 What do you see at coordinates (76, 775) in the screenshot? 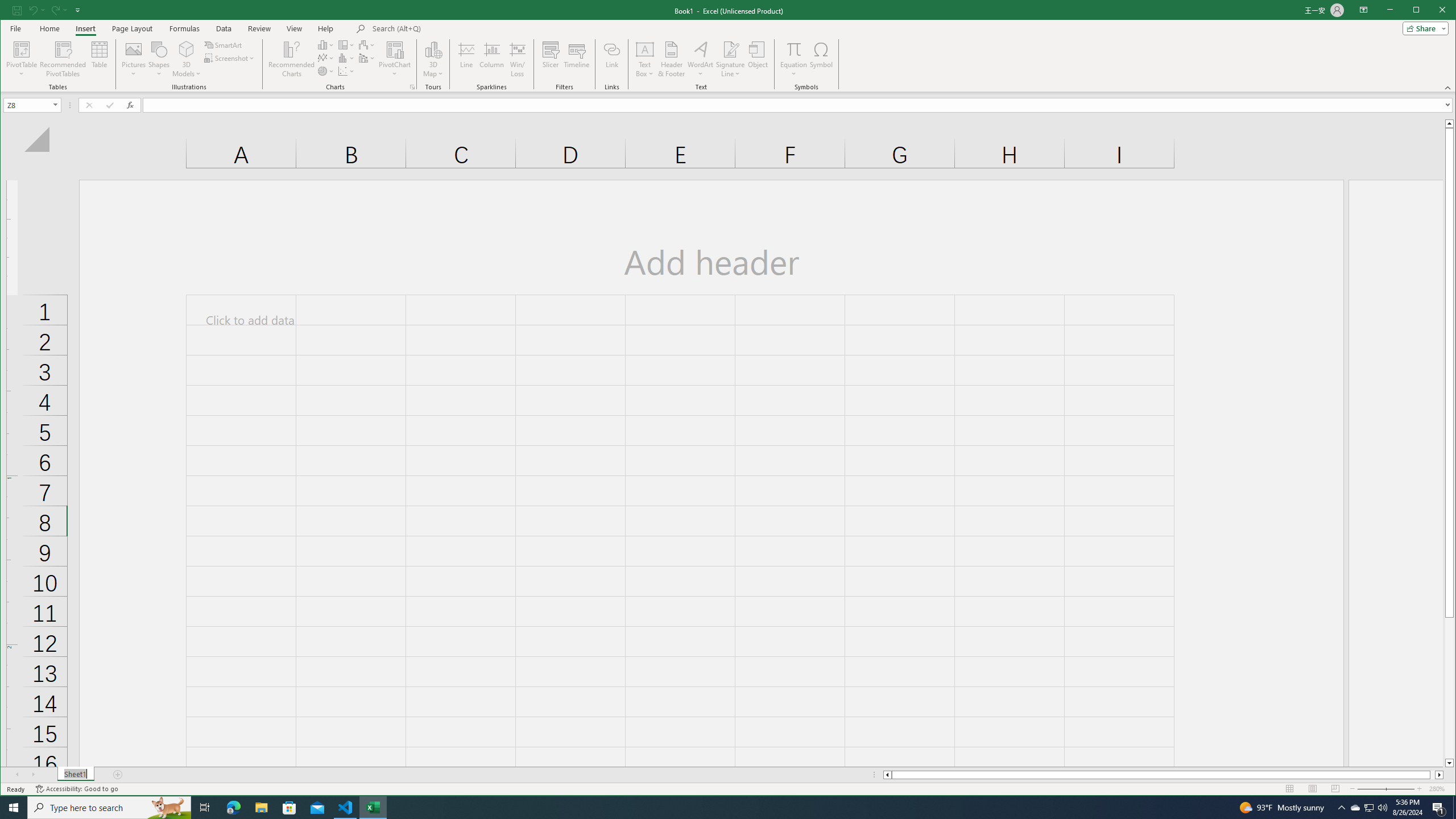
I see `'Sheet Tab'` at bounding box center [76, 775].